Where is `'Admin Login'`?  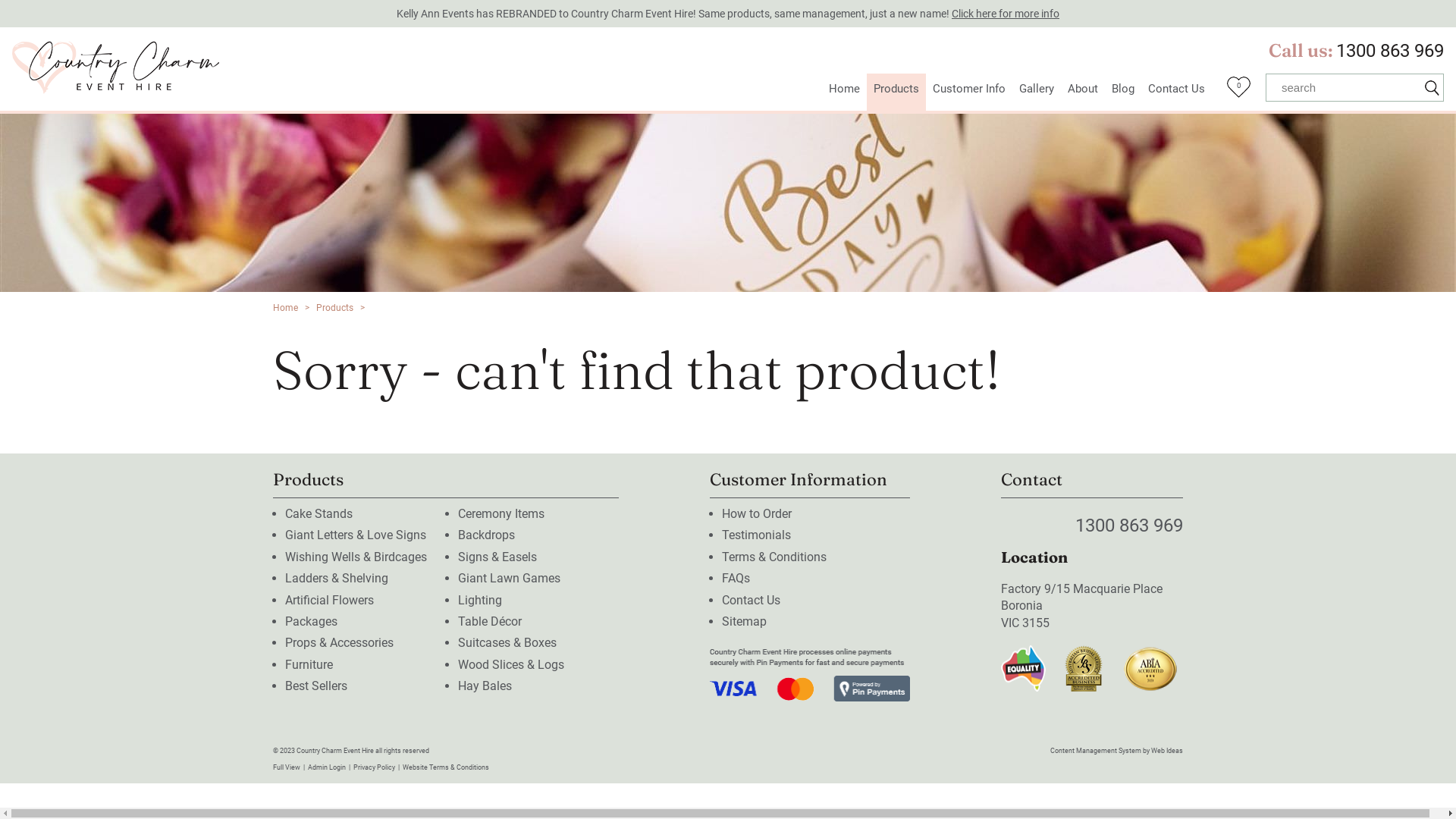
'Admin Login' is located at coordinates (307, 767).